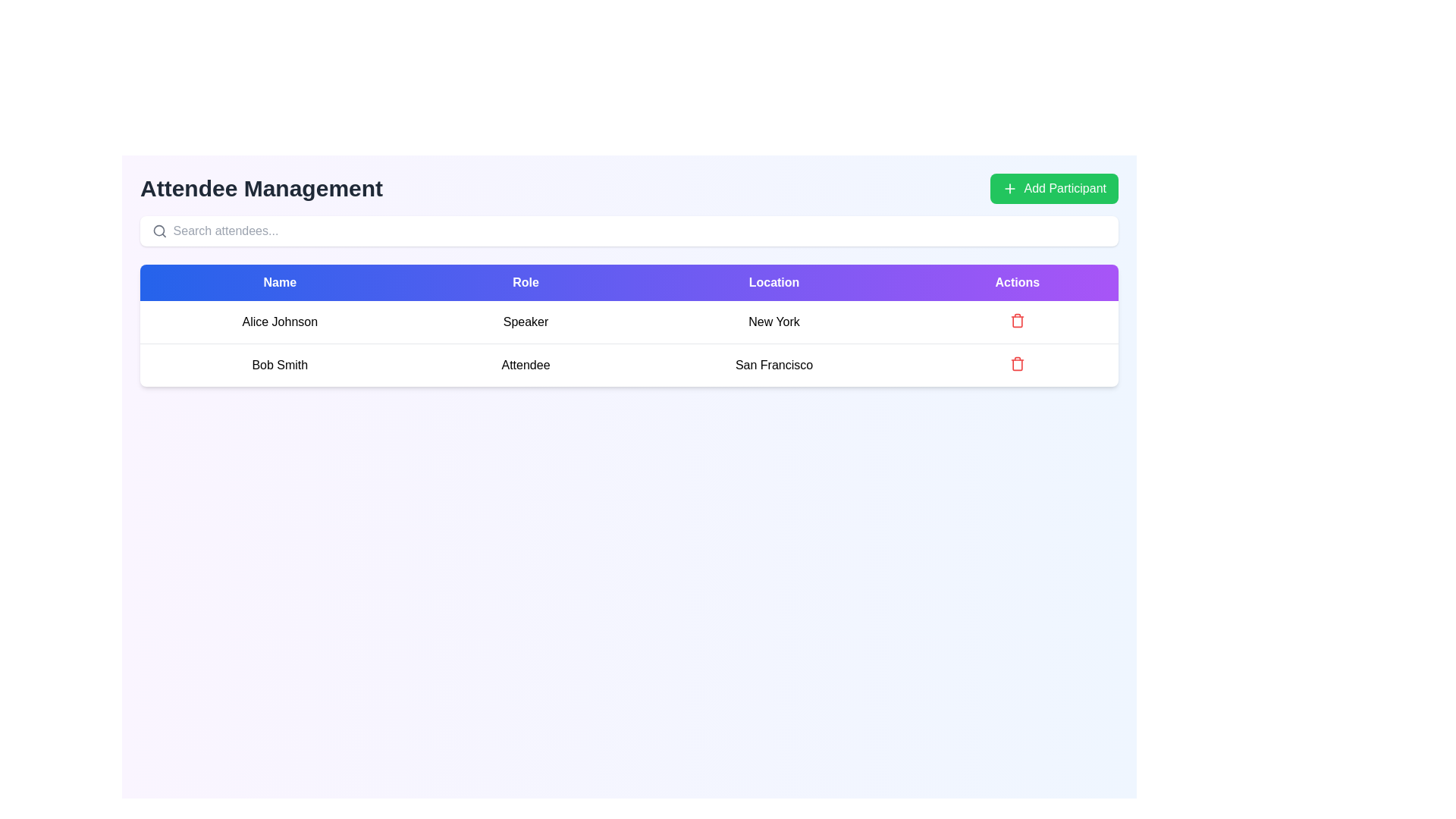  Describe the element at coordinates (159, 231) in the screenshot. I see `the filled circle located inside the magnifying glass icon, which is part of the search icon group, positioned to the left of the 'Search attendees...' text input field` at that location.